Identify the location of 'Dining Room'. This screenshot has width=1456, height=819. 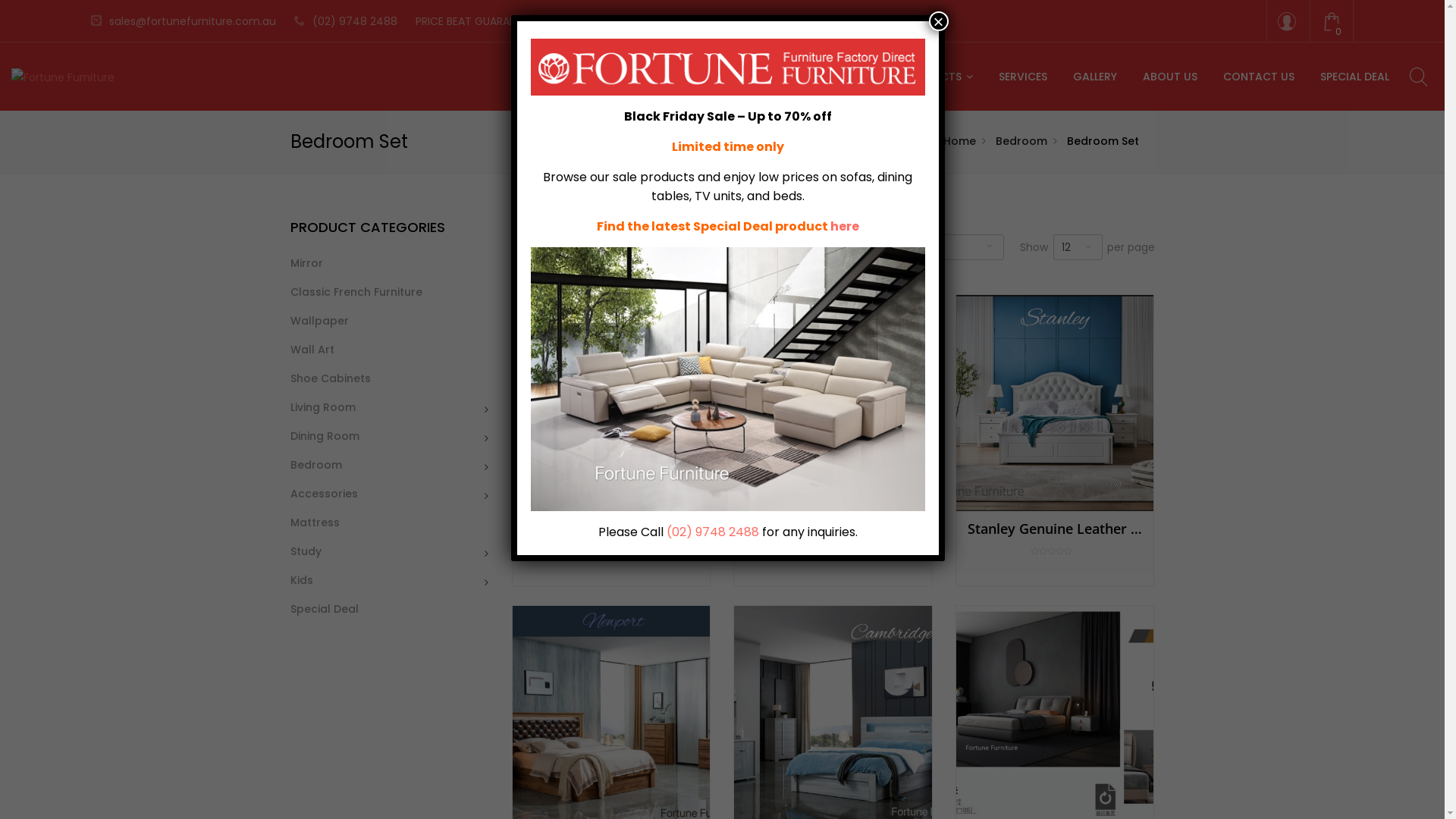
(323, 435).